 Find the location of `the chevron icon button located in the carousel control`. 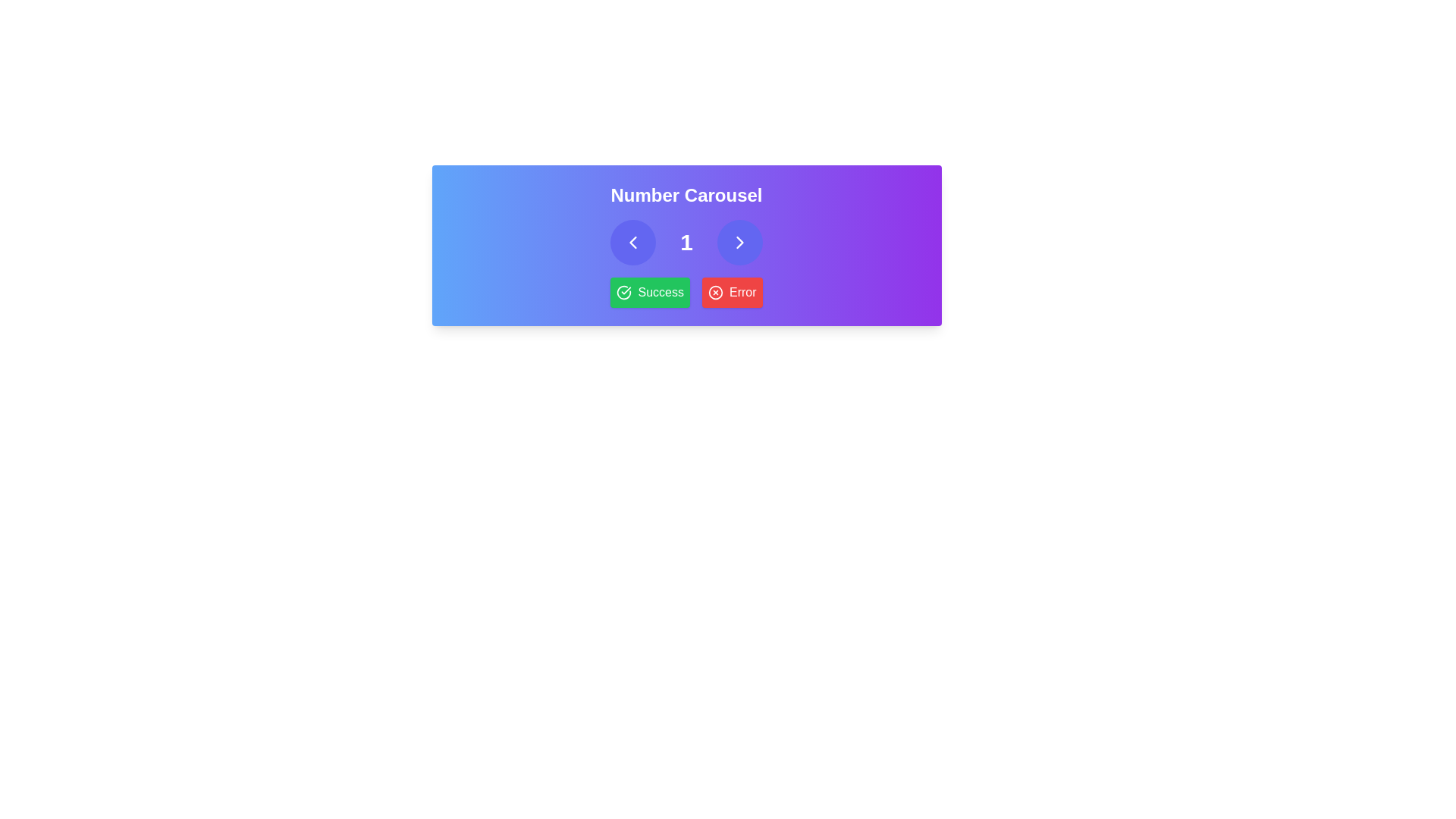

the chevron icon button located in the carousel control is located at coordinates (633, 242).